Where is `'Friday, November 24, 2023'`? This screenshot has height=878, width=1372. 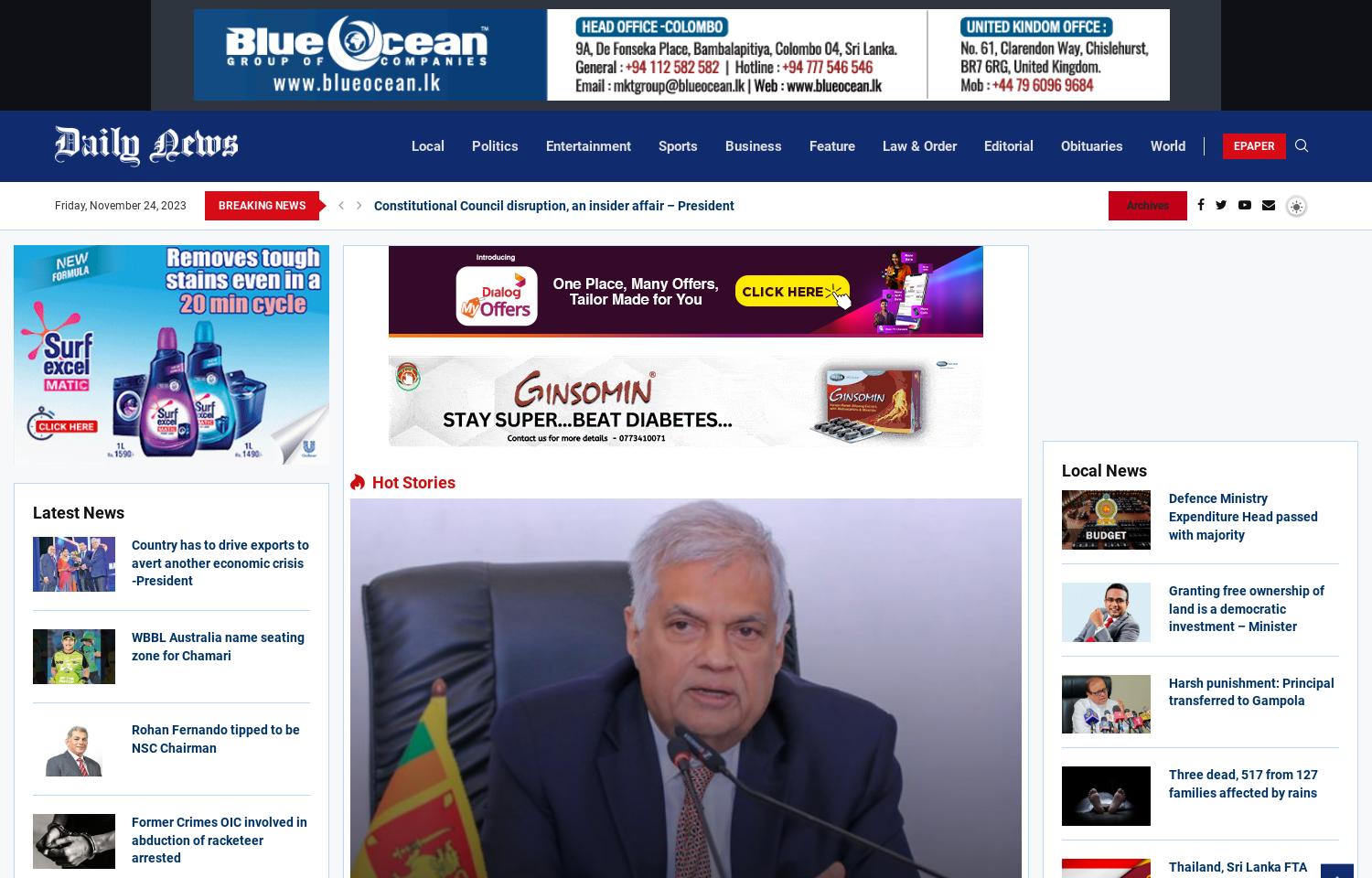 'Friday, November 24, 2023' is located at coordinates (55, 206).